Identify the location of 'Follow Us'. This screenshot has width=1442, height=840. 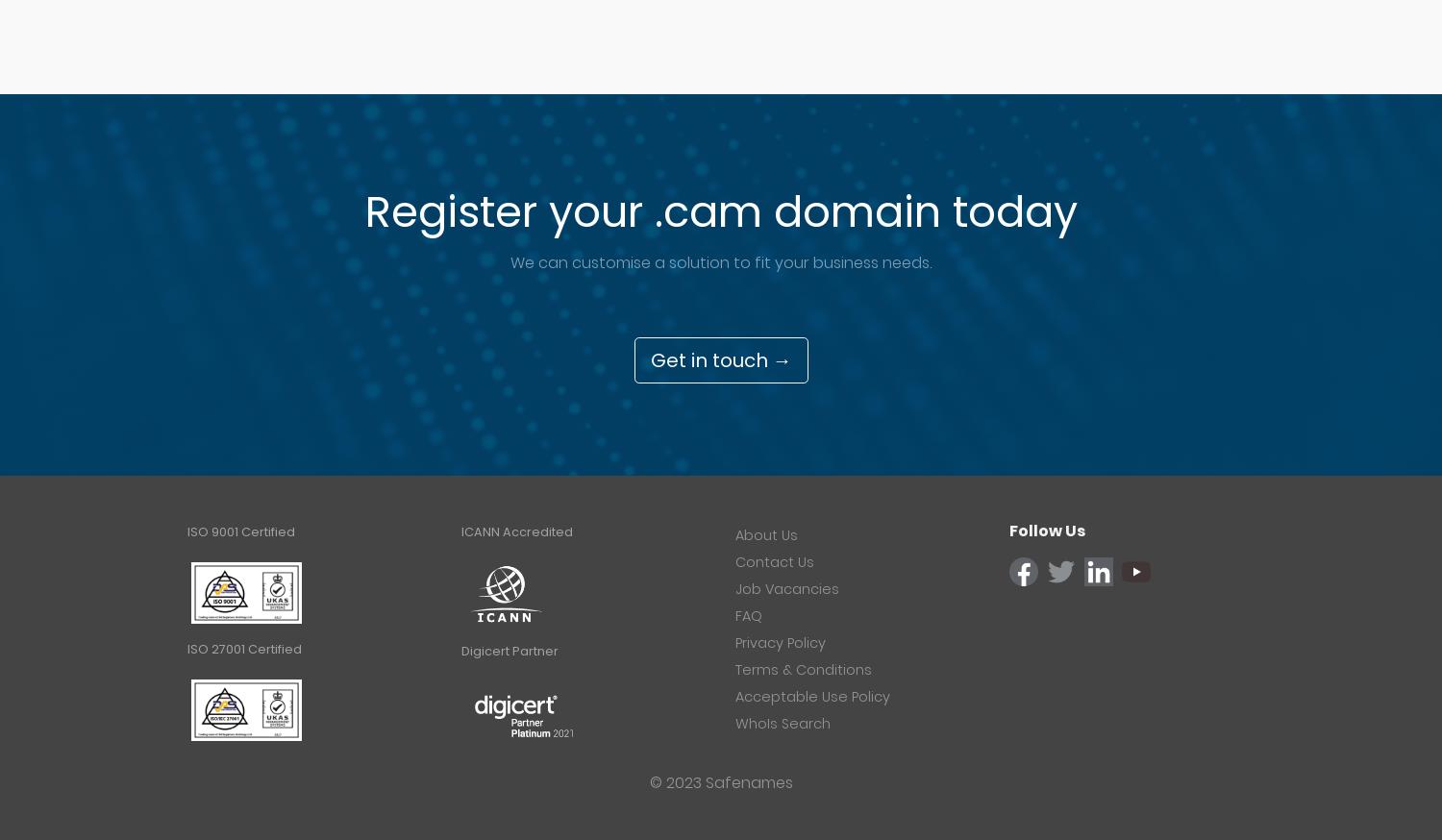
(1046, 531).